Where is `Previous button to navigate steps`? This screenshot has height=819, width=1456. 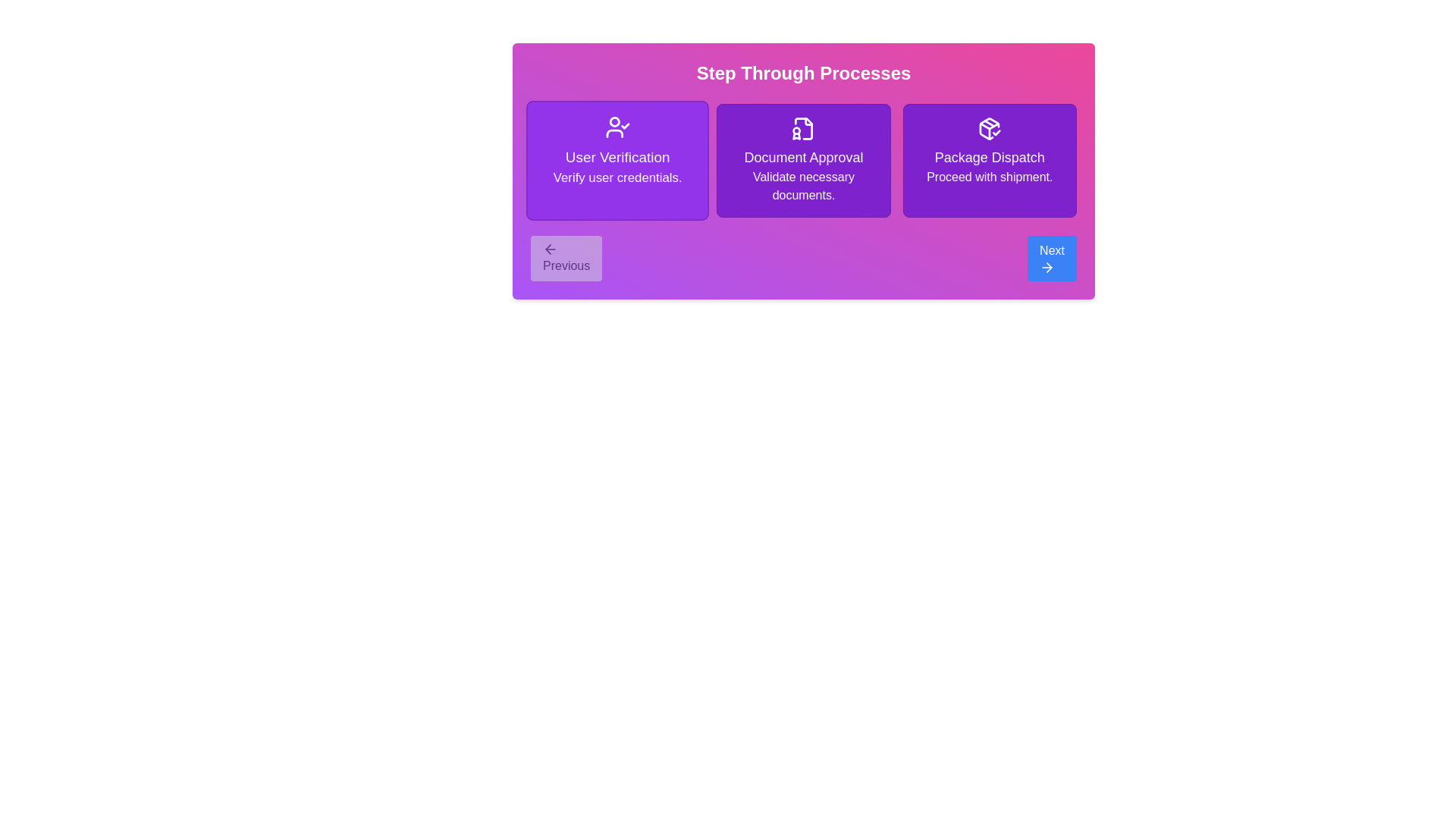 Previous button to navigate steps is located at coordinates (566, 257).